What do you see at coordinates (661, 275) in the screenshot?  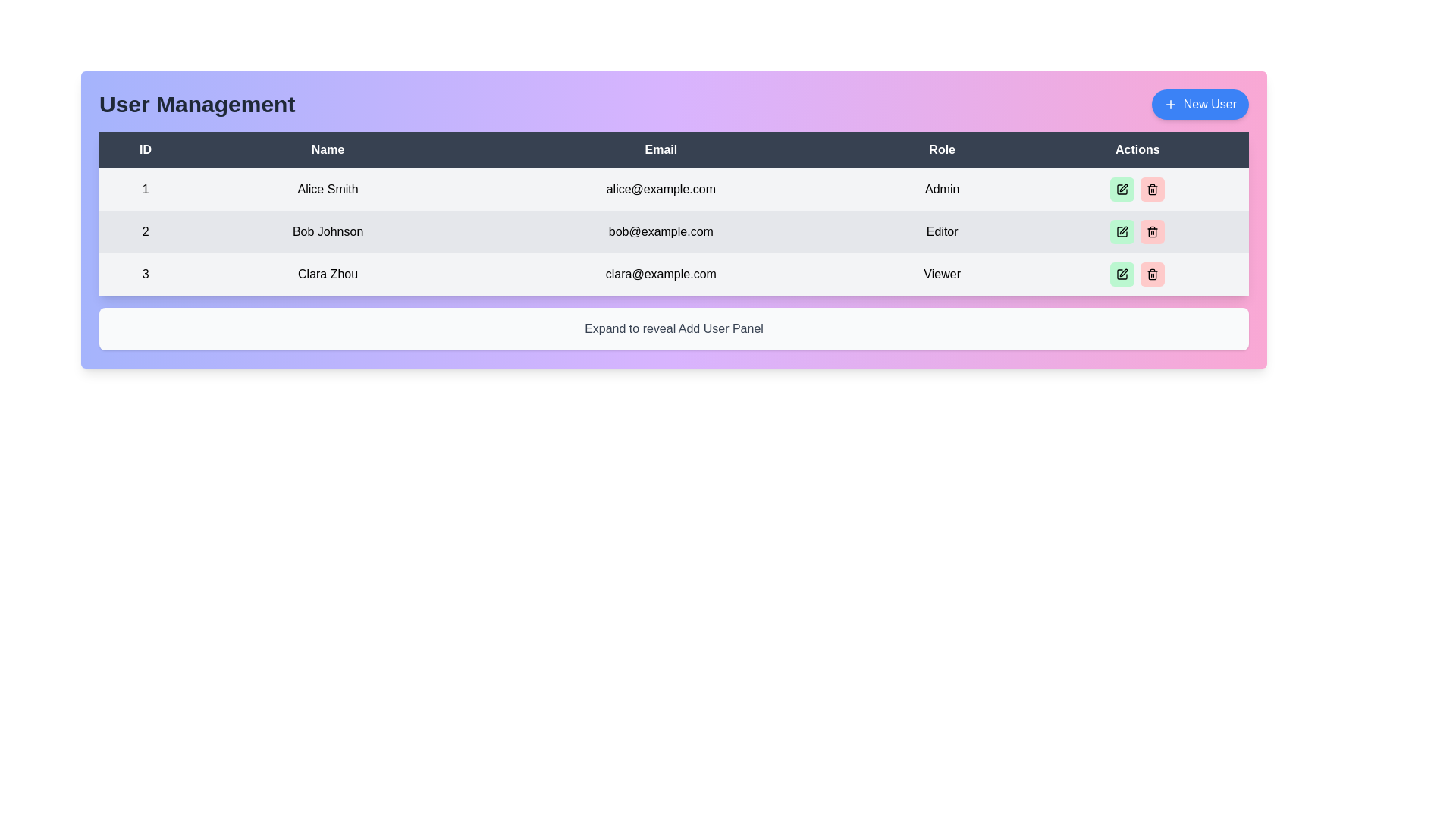 I see `the text element displaying 'clara@example.com' located in the third row of the table under the 'Email' column, positioned between 'Clara Zhou' and 'Viewer'` at bounding box center [661, 275].